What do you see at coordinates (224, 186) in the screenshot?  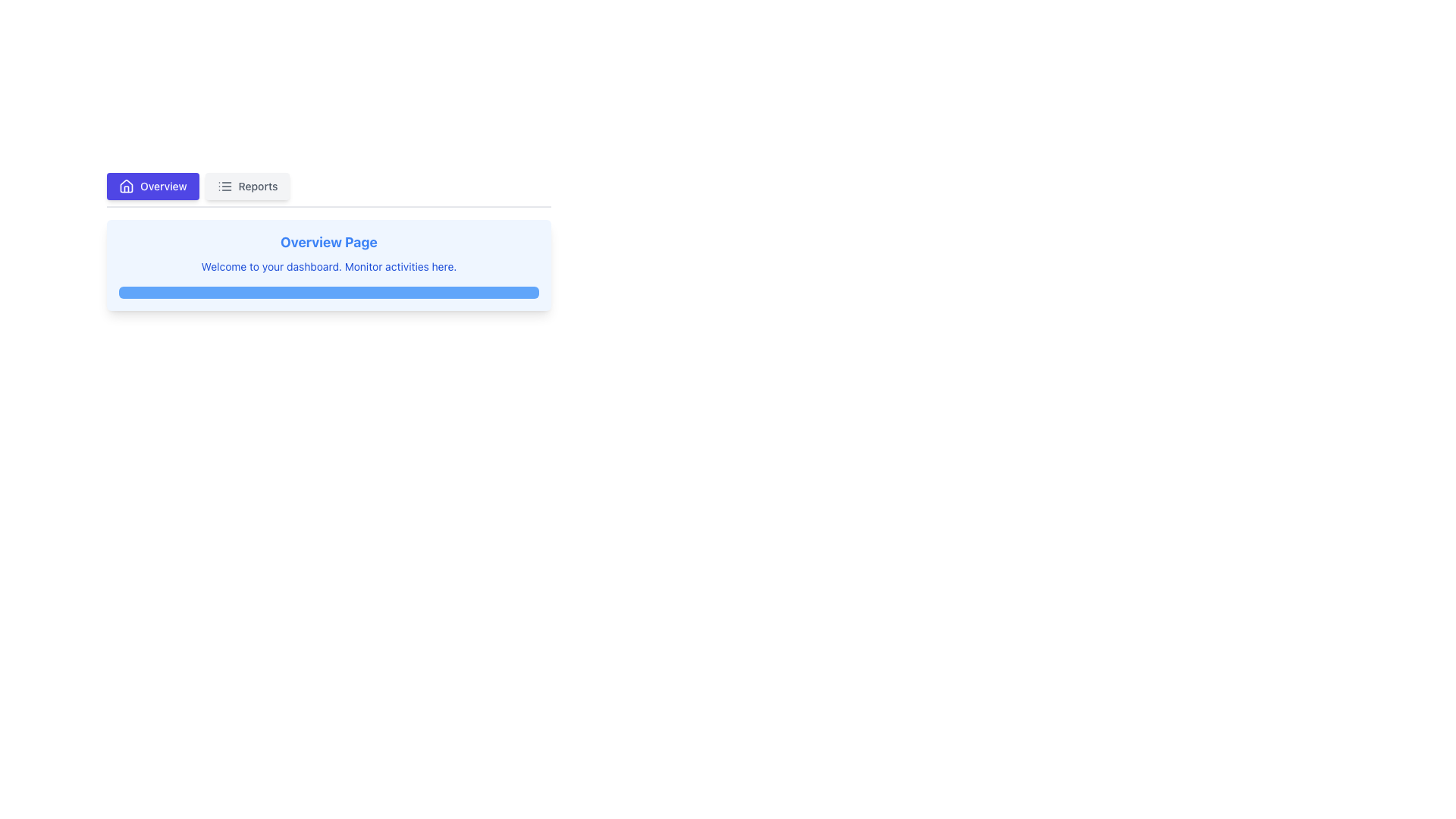 I see `the Reports tab icon, which represents the functionality for accessing or managing various reports, located on the left side of the text 'Reports'` at bounding box center [224, 186].